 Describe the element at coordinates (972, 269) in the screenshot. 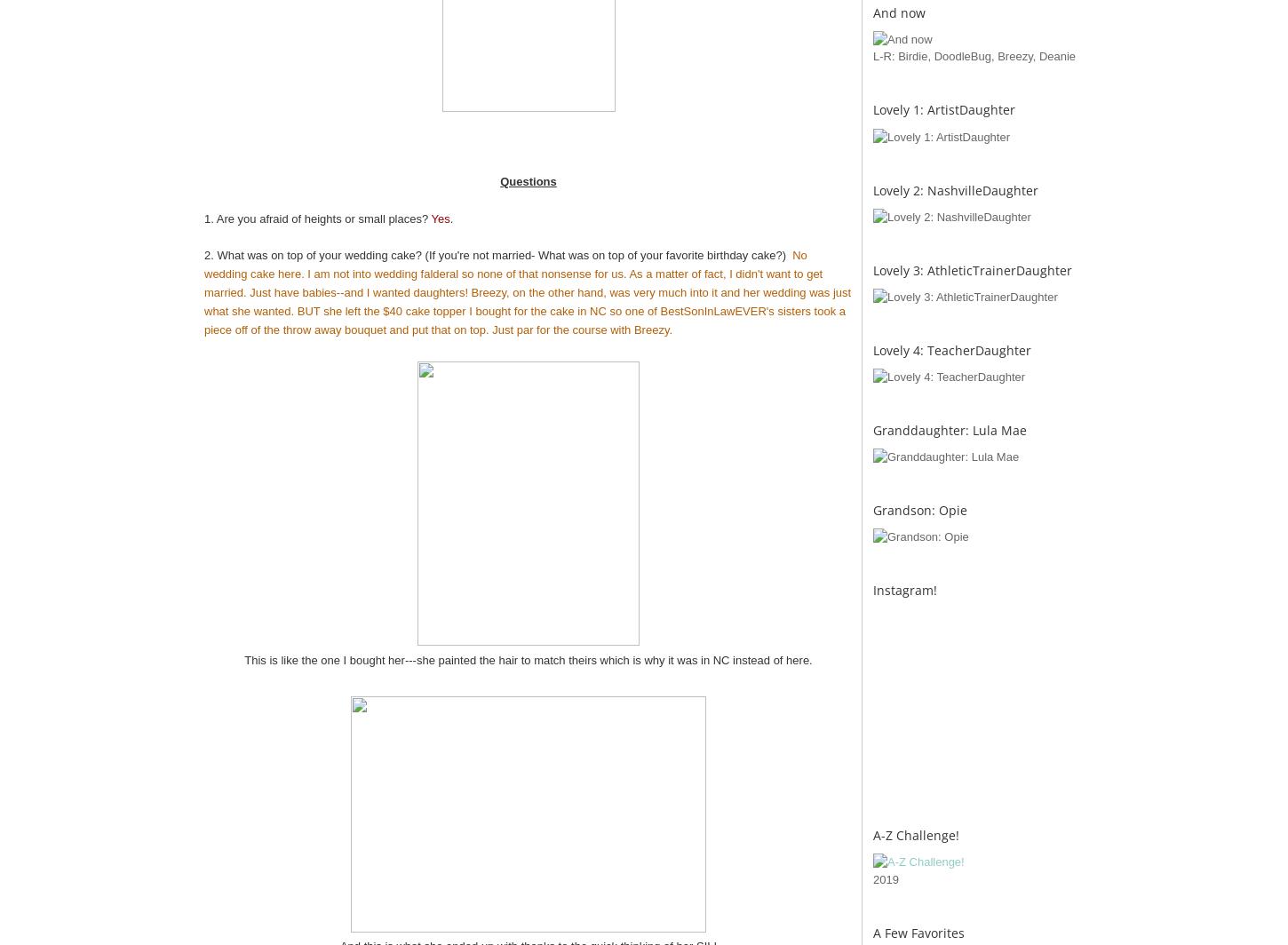

I see `'Lovely 3: AthleticTrainerDaughter'` at that location.